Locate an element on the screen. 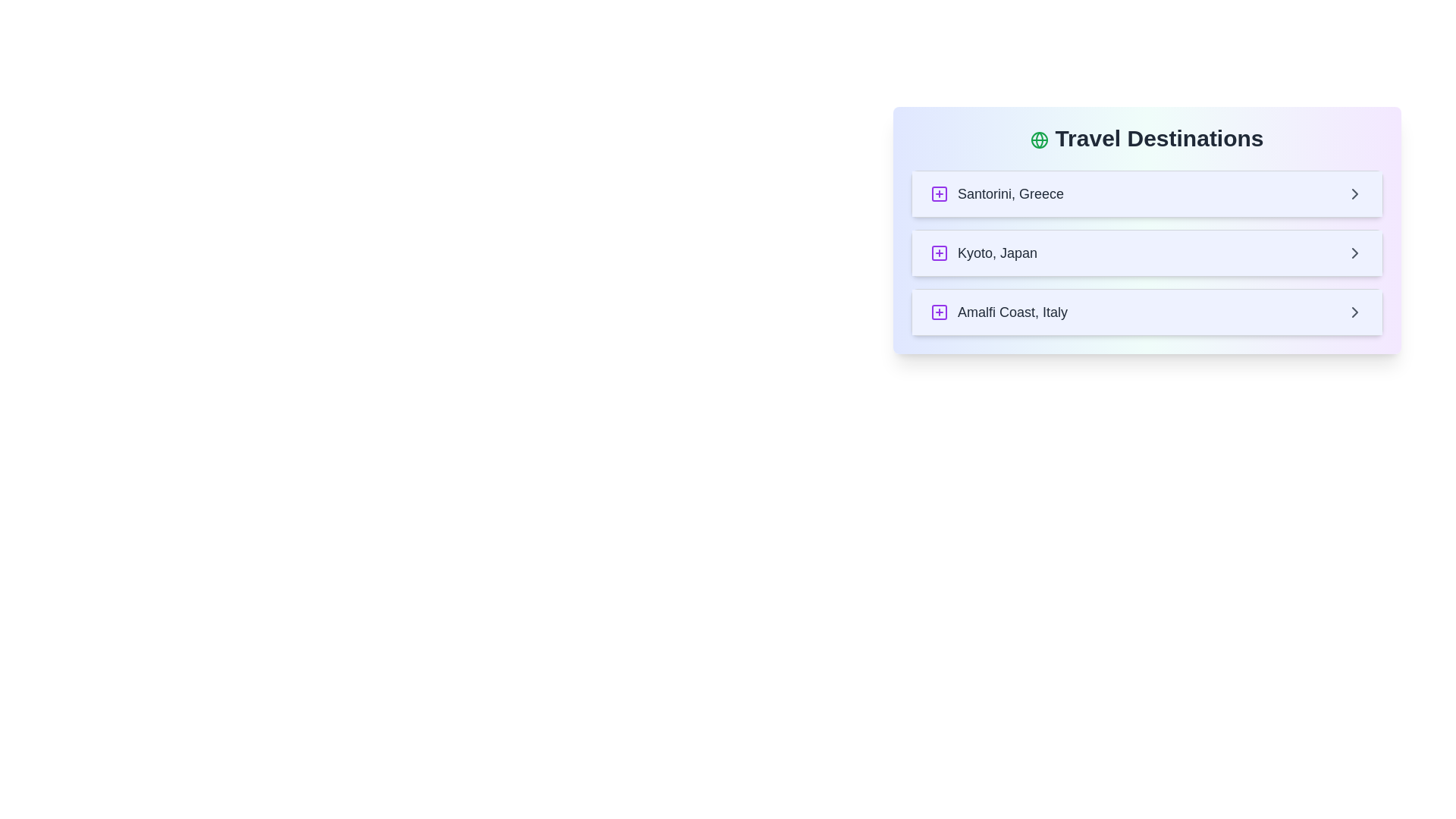 The height and width of the screenshot is (819, 1456). the second list item for 'Kyoto, Japan' is located at coordinates (1147, 253).